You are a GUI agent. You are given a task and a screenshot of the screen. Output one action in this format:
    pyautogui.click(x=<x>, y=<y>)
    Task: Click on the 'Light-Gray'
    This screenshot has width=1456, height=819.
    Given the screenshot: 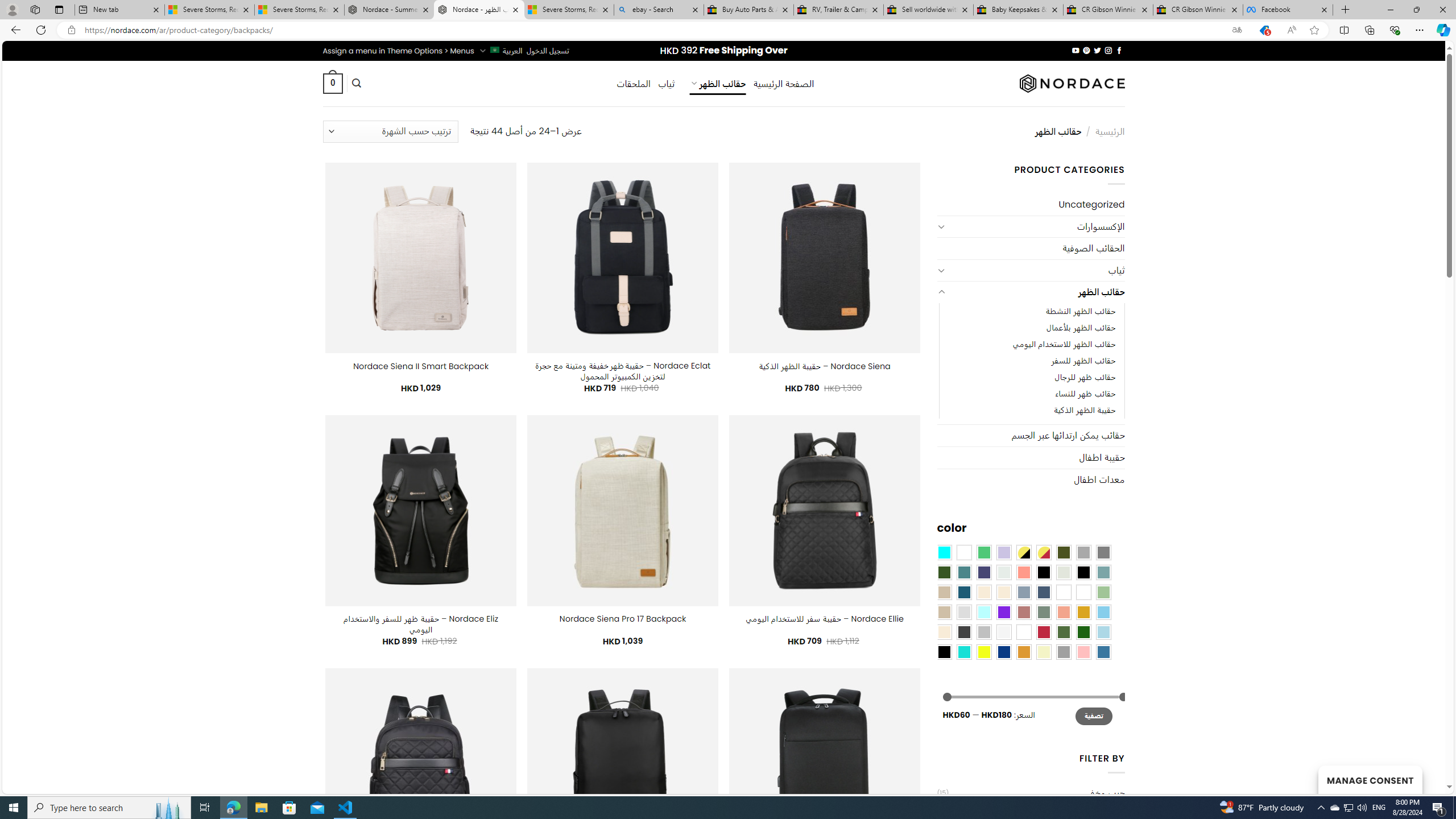 What is the action you would take?
    pyautogui.click(x=963, y=611)
    